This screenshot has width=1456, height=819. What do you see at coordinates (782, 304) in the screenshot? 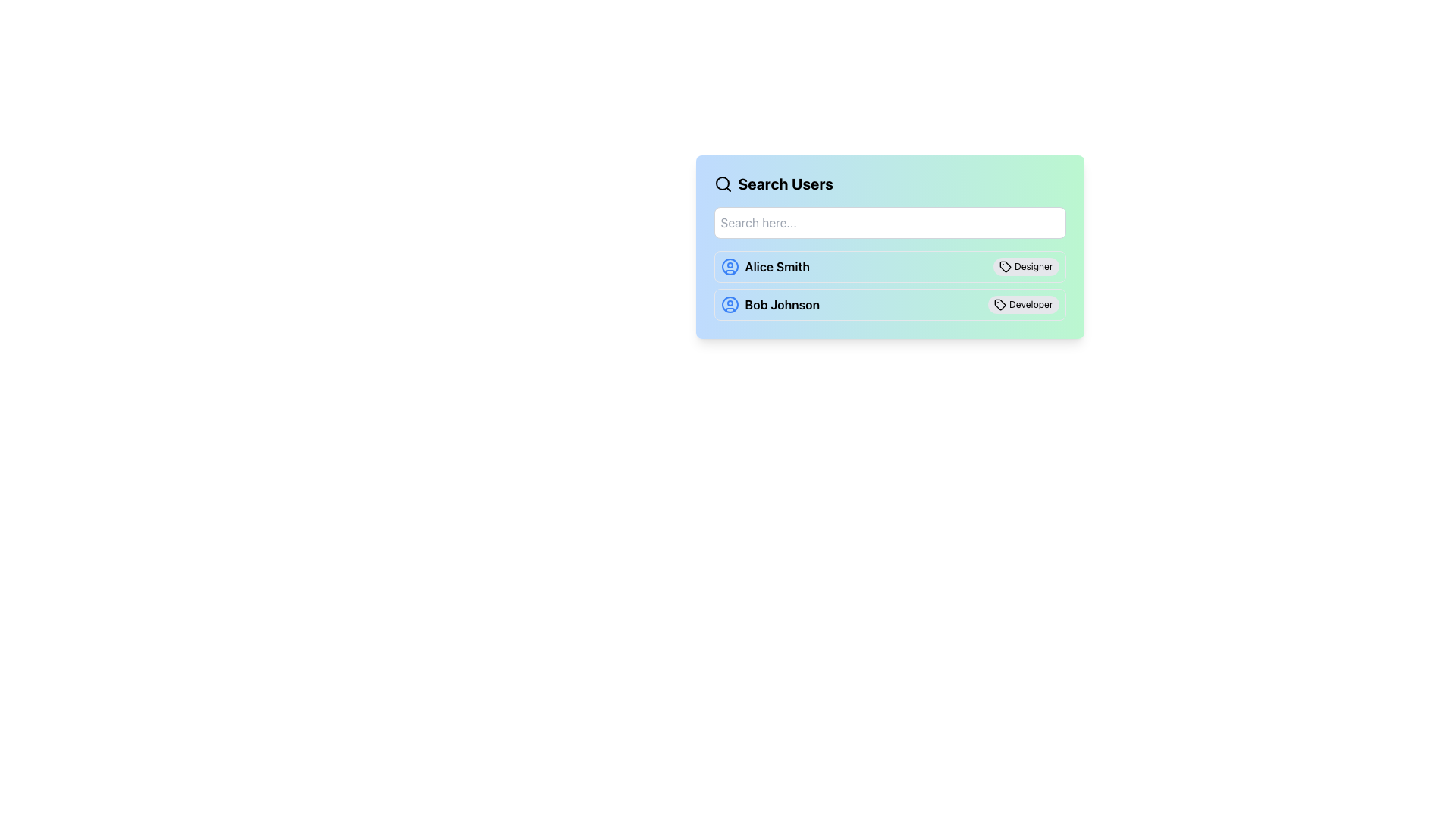
I see `the bold text label displaying 'Bob Johnson', which is positioned adjacent to a rounded avatar icon with a blue accent` at bounding box center [782, 304].